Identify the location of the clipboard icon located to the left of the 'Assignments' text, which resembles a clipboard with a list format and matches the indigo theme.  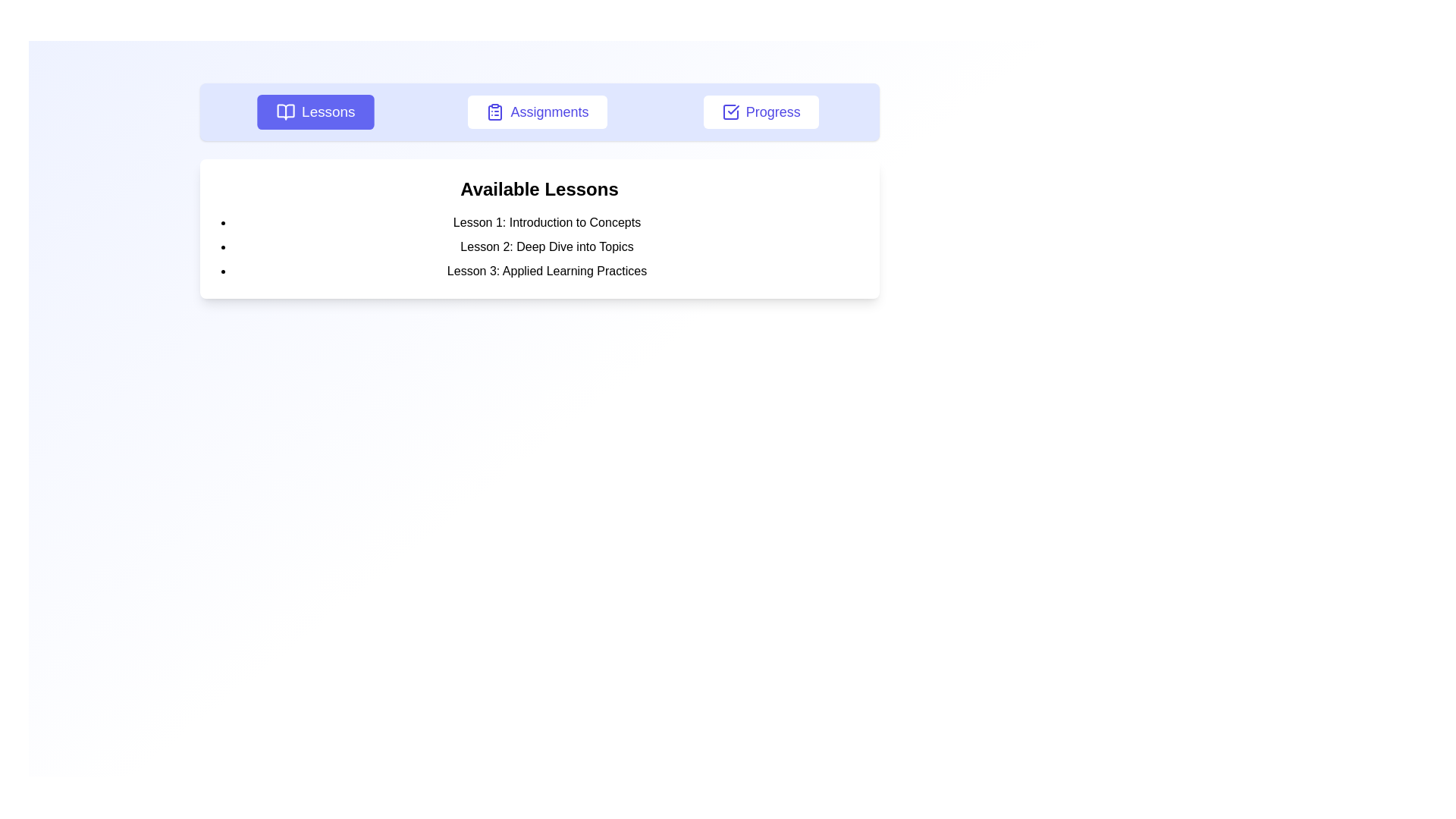
(495, 111).